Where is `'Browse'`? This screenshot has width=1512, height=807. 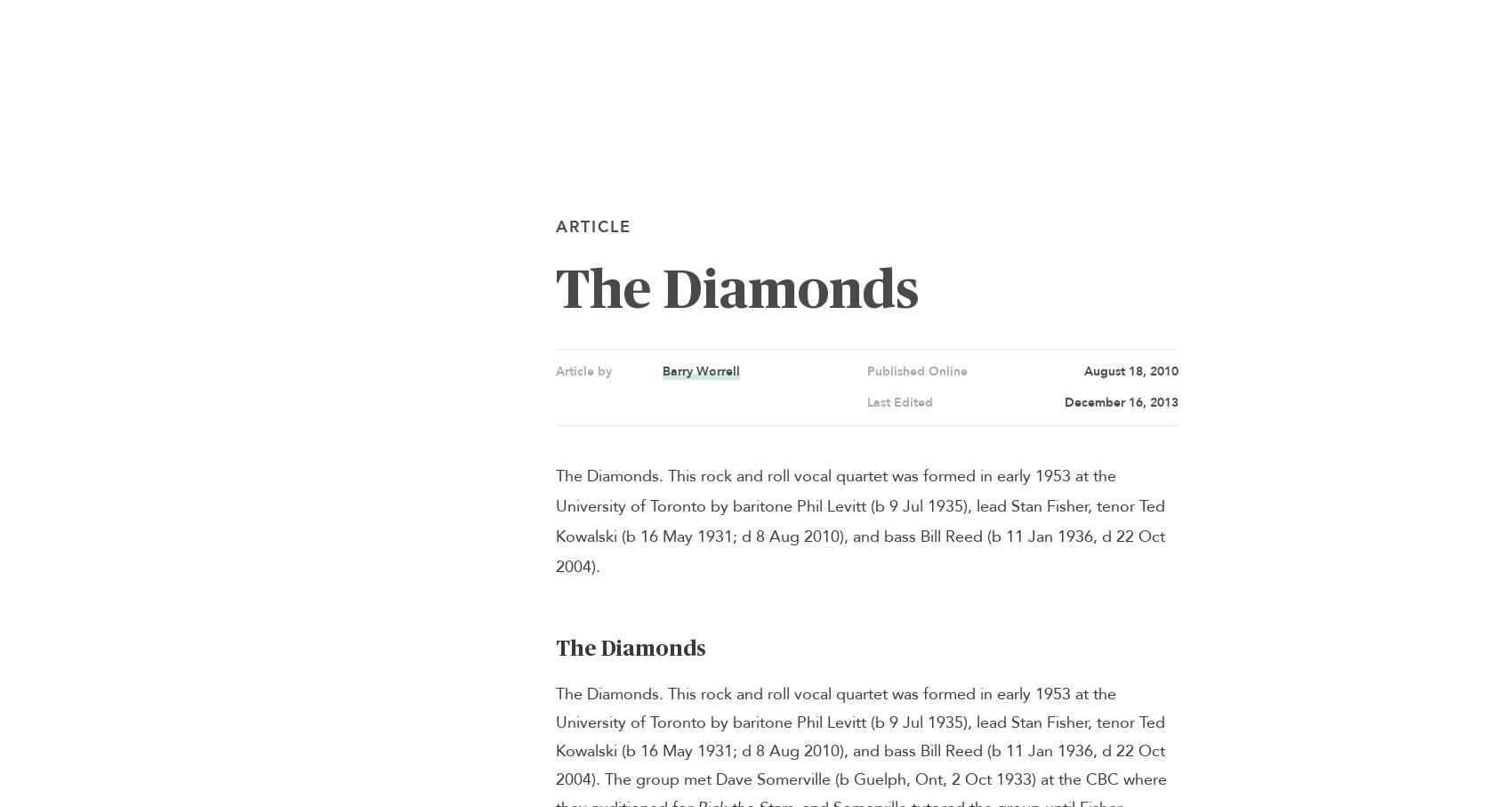
'Browse' is located at coordinates (1198, 34).